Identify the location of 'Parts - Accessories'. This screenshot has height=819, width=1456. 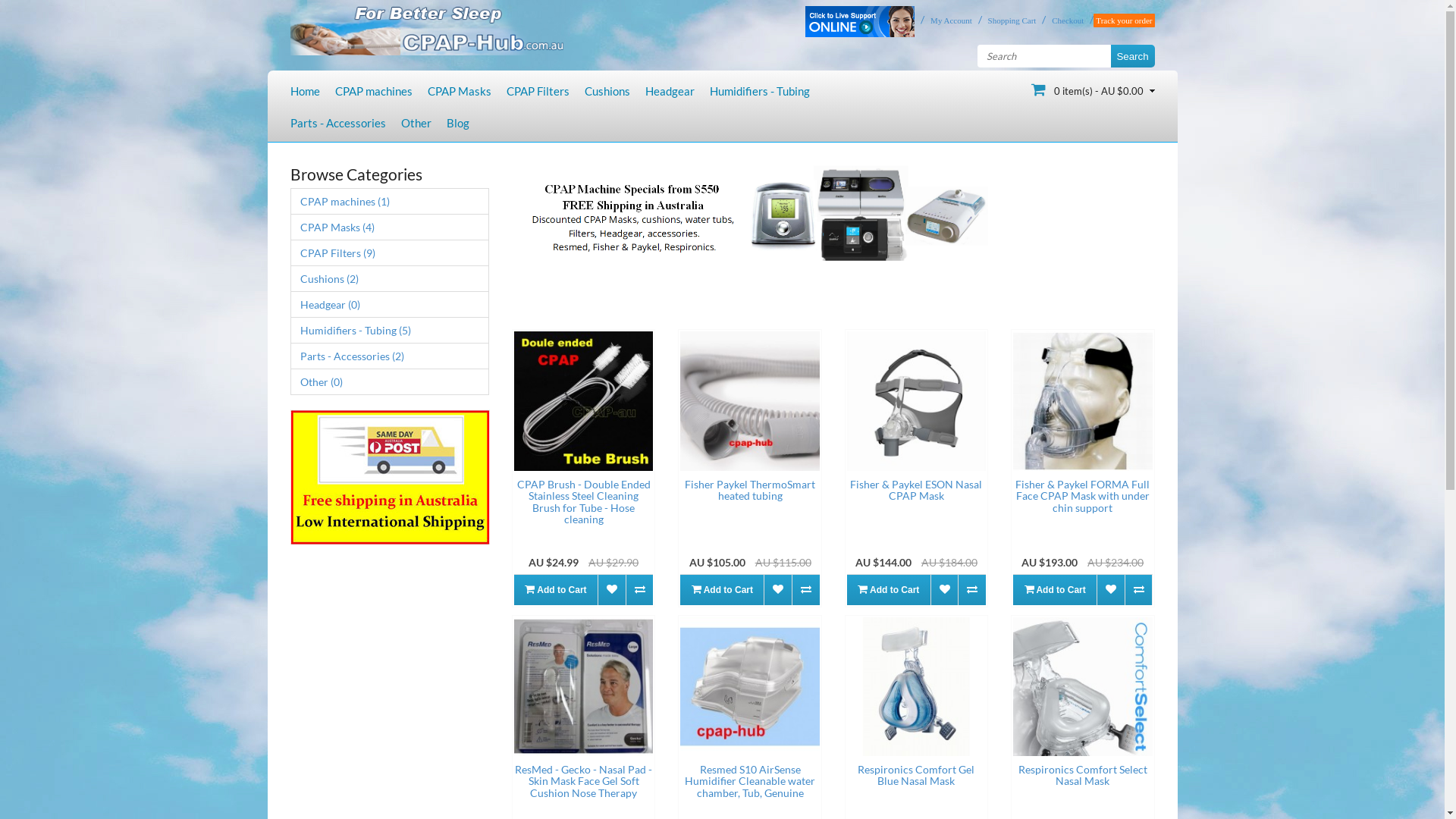
(337, 122).